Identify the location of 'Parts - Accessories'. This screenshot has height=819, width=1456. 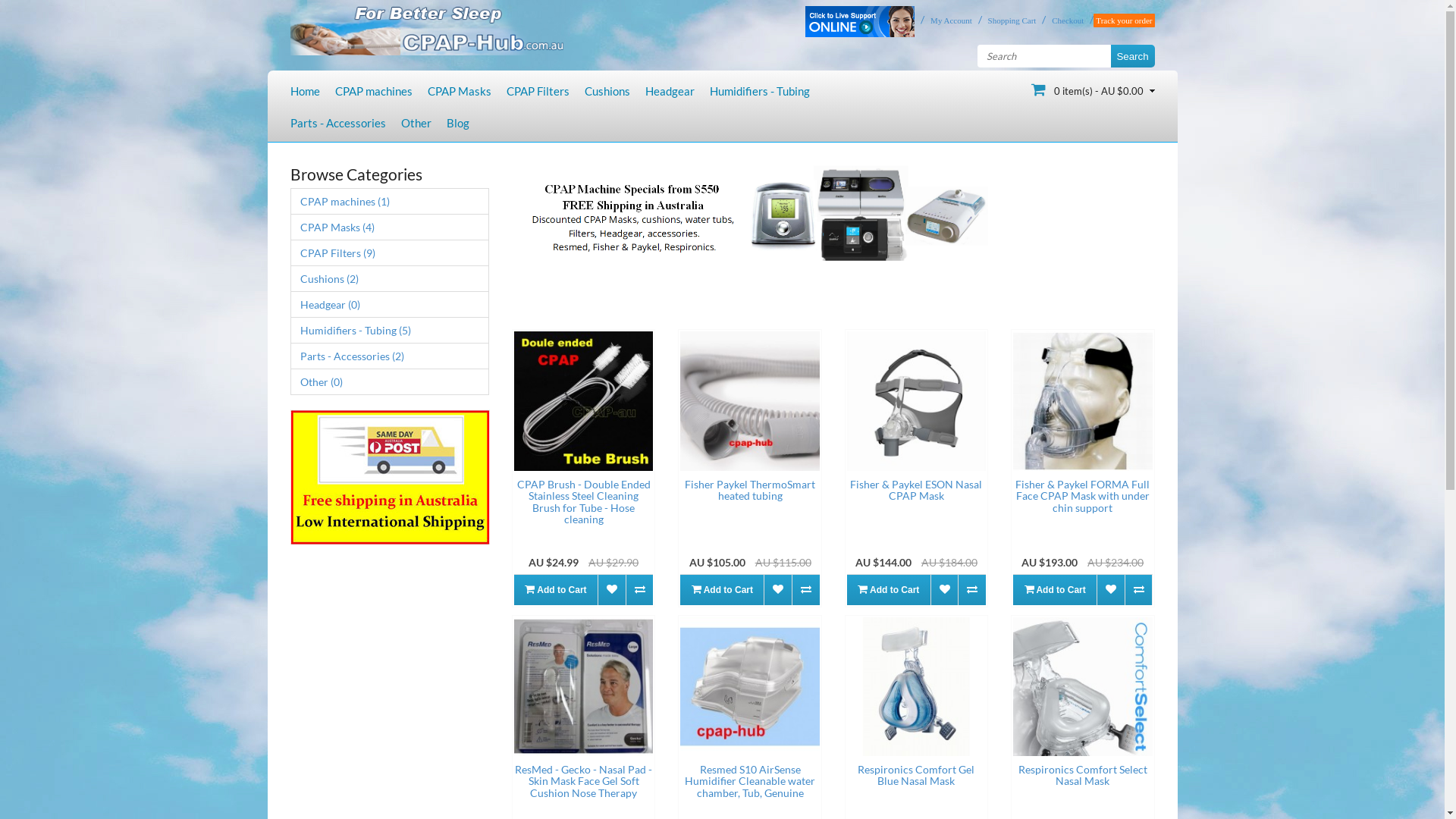
(337, 122).